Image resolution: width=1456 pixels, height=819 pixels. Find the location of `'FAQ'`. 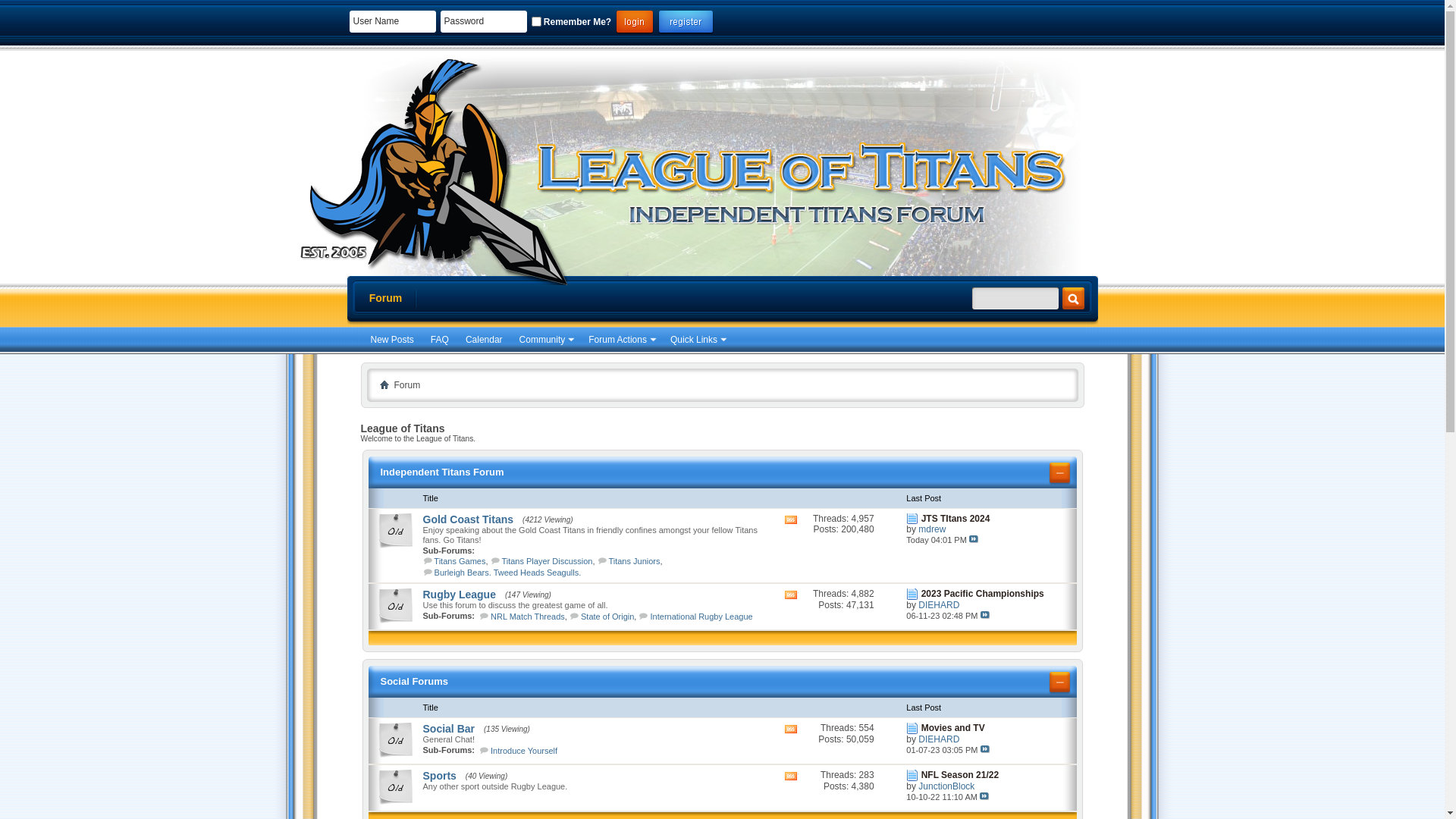

'FAQ' is located at coordinates (439, 339).